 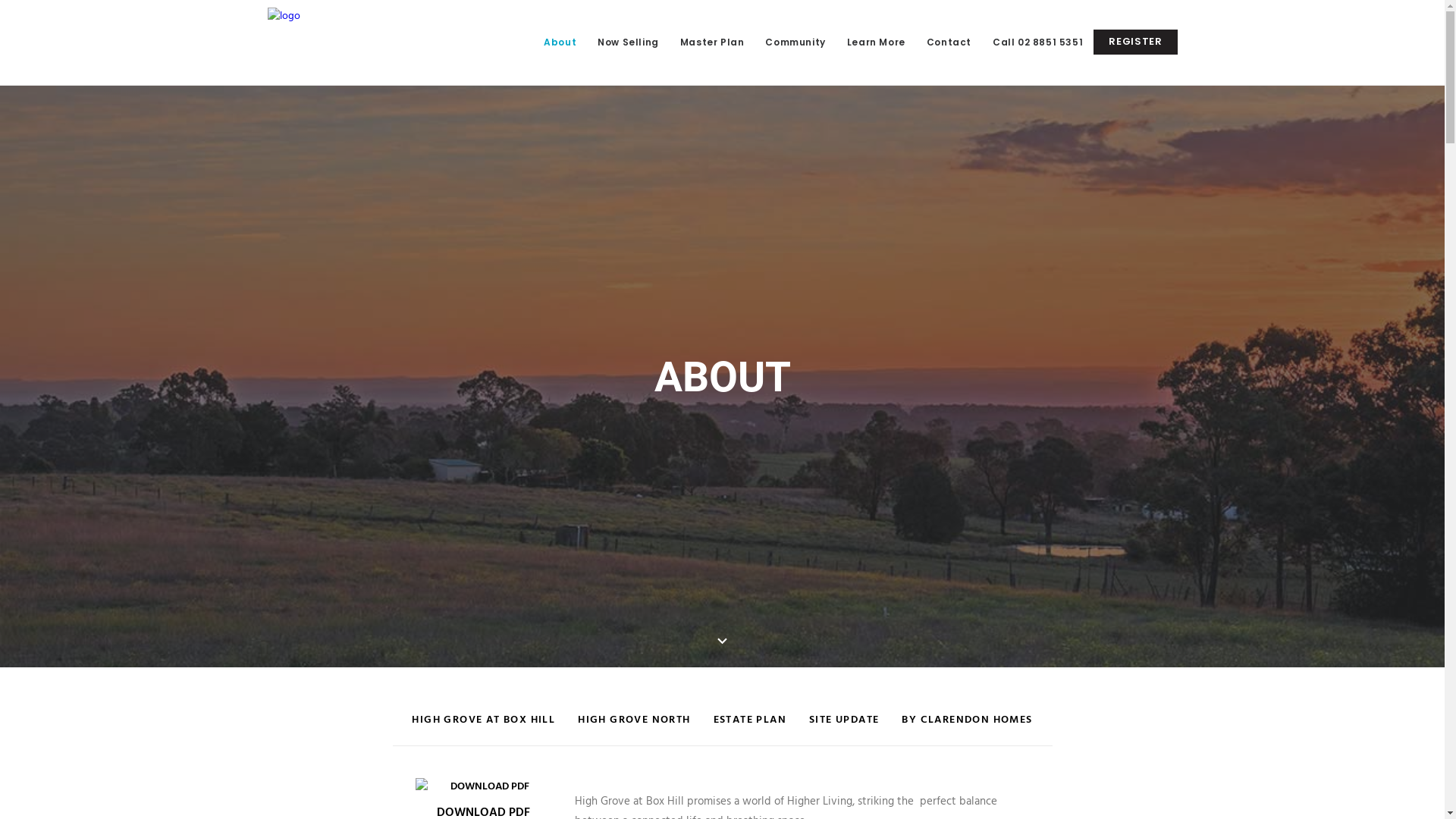 I want to click on 'Community', so click(x=794, y=42).